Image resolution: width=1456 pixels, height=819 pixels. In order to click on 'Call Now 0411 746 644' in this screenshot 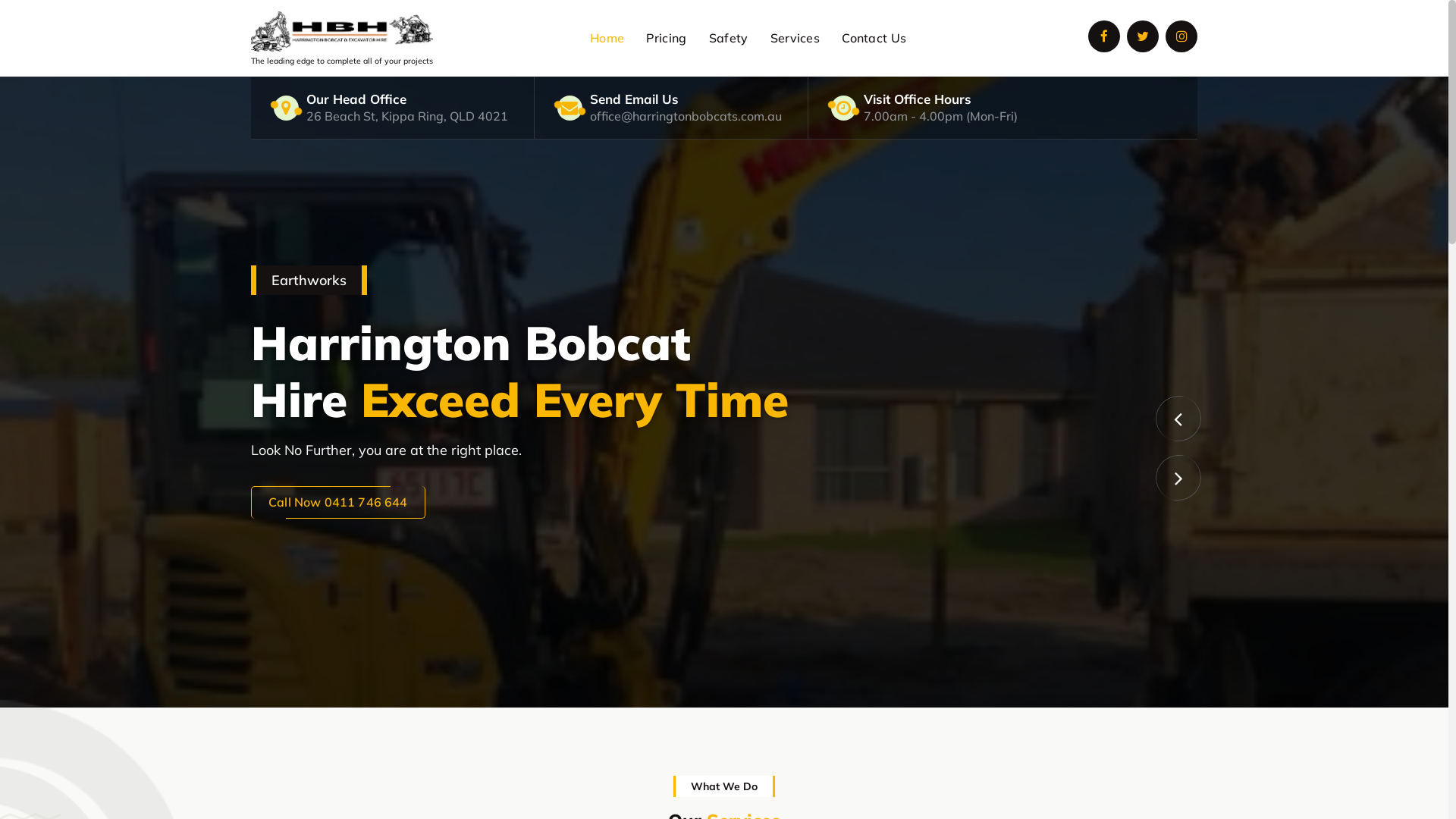, I will do `click(337, 502)`.